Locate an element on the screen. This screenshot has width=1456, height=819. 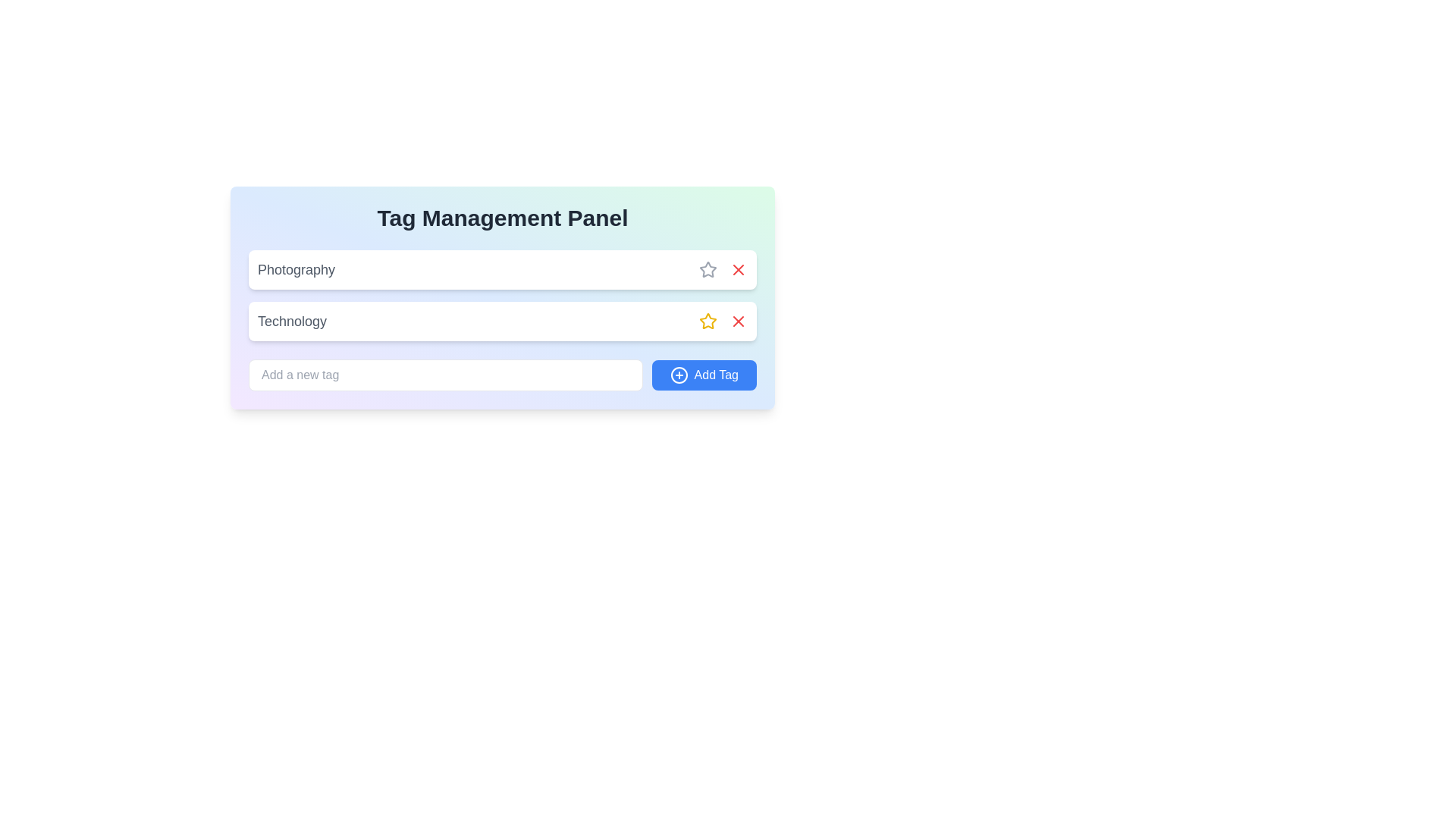
the red 'X' icon button located in the top-right corner of the list item labeled 'Photography' is located at coordinates (723, 268).